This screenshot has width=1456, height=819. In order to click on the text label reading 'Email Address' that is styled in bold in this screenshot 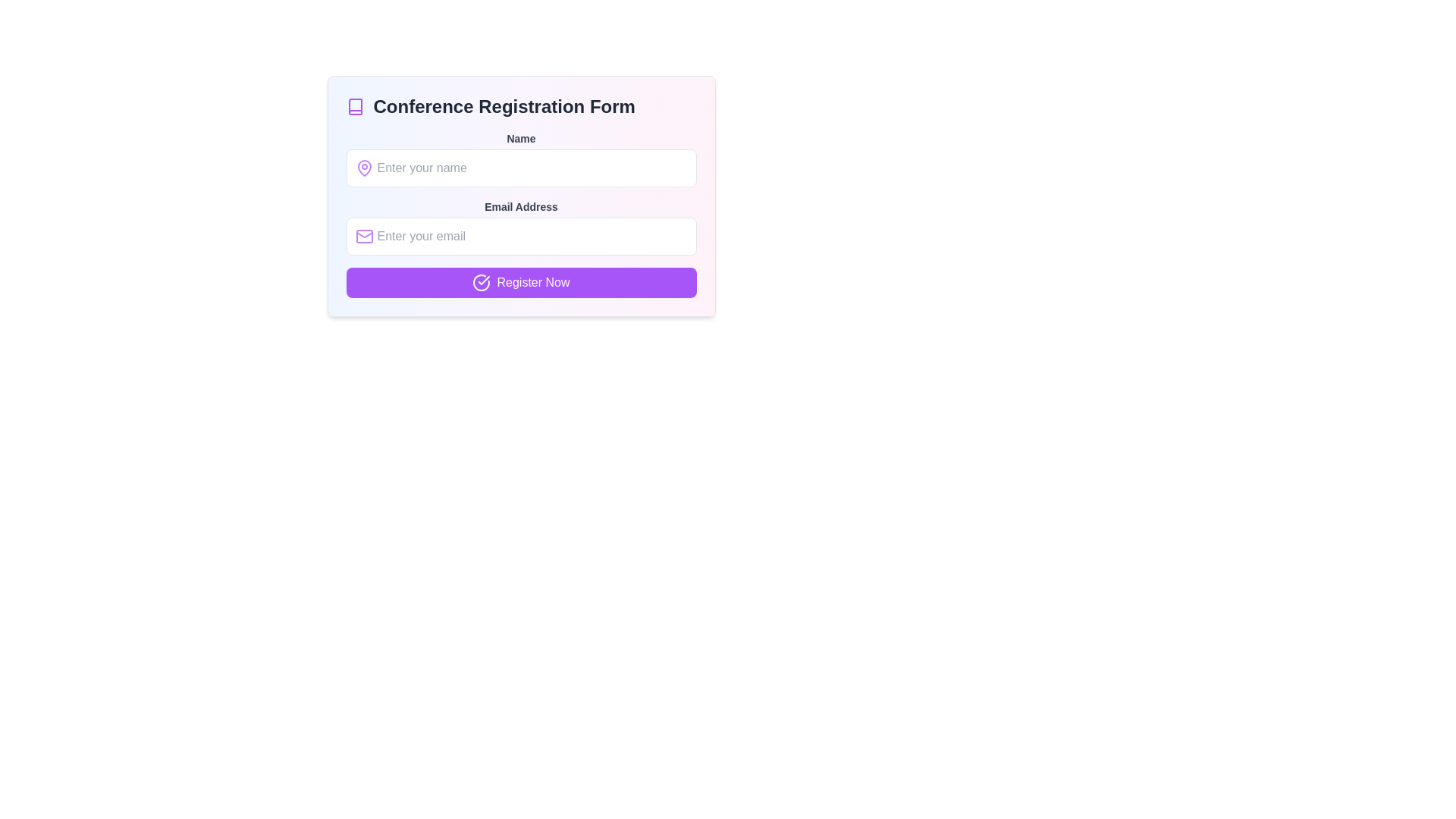, I will do `click(521, 207)`.